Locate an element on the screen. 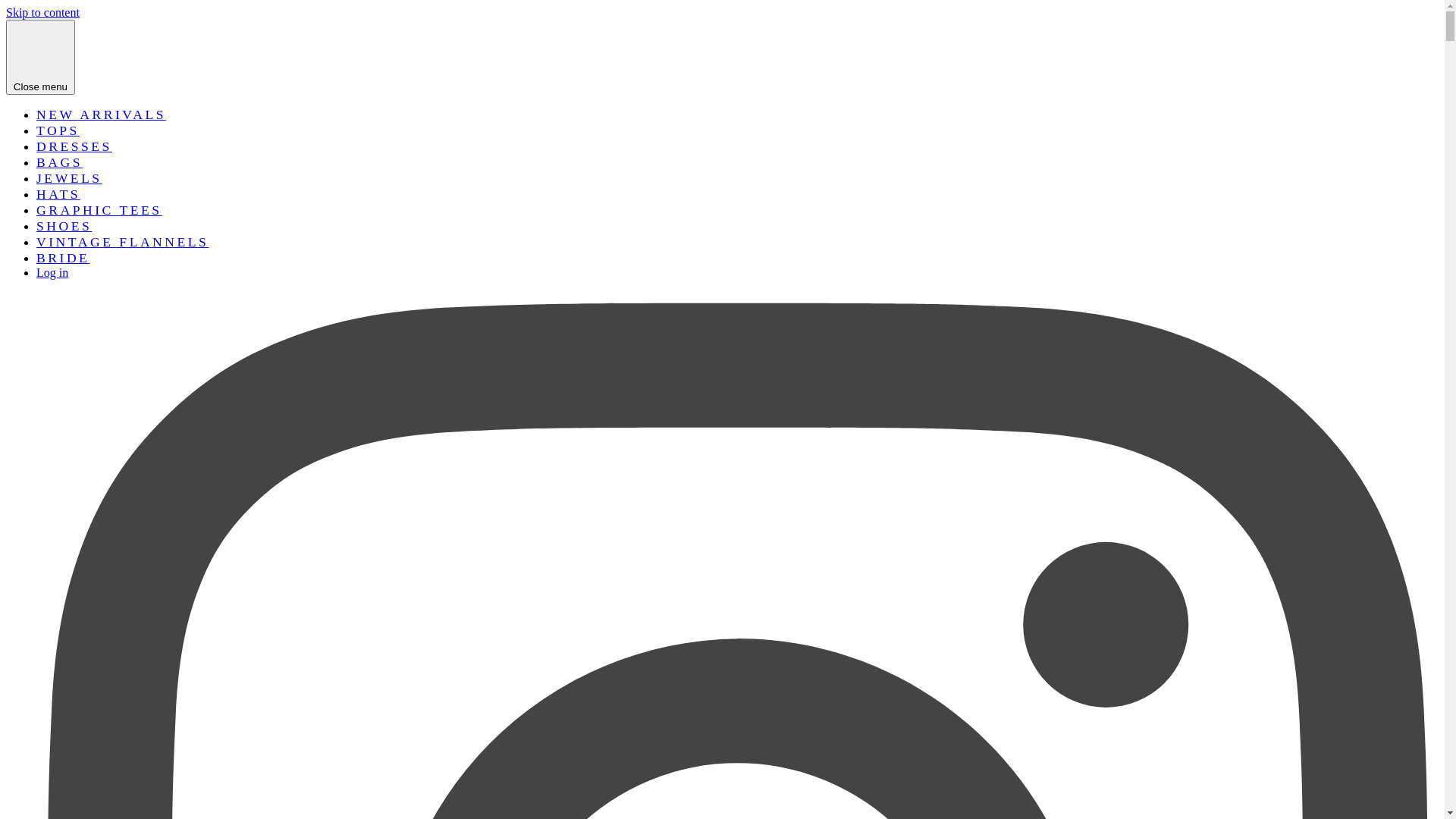  'TOPS' is located at coordinates (36, 130).